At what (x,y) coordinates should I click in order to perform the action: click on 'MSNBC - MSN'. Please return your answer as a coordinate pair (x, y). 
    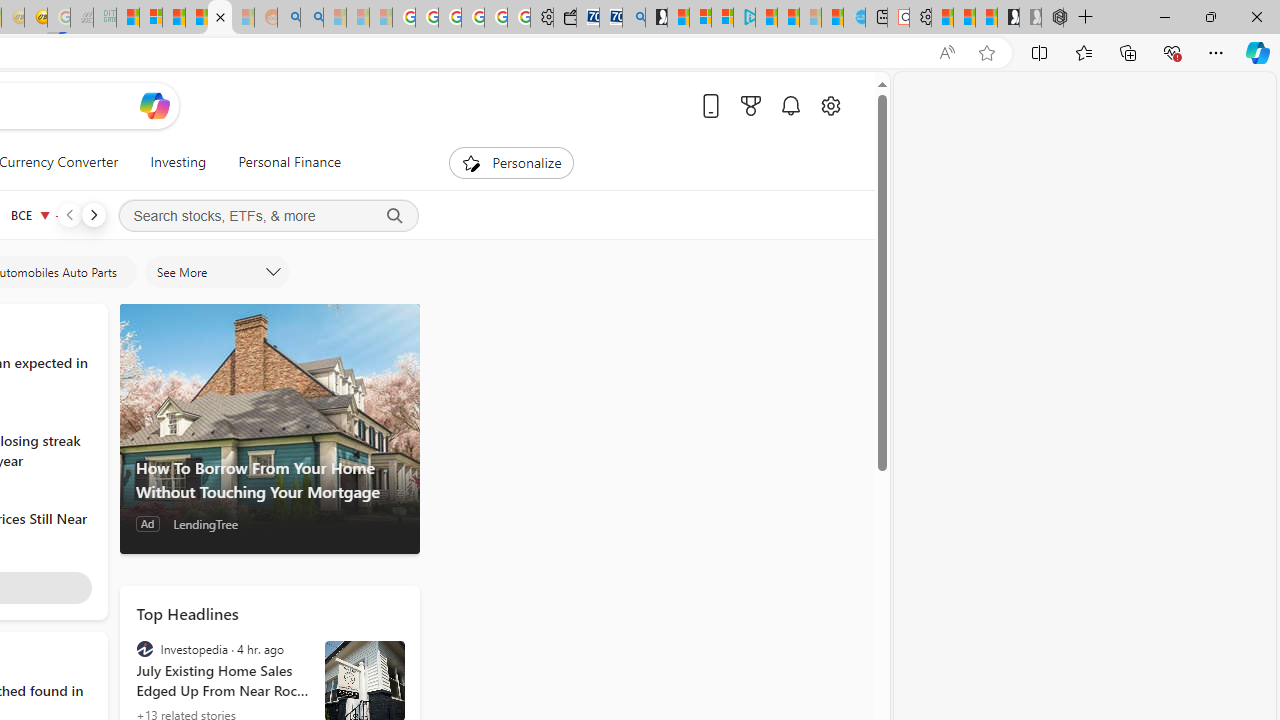
    Looking at the image, I should click on (127, 17).